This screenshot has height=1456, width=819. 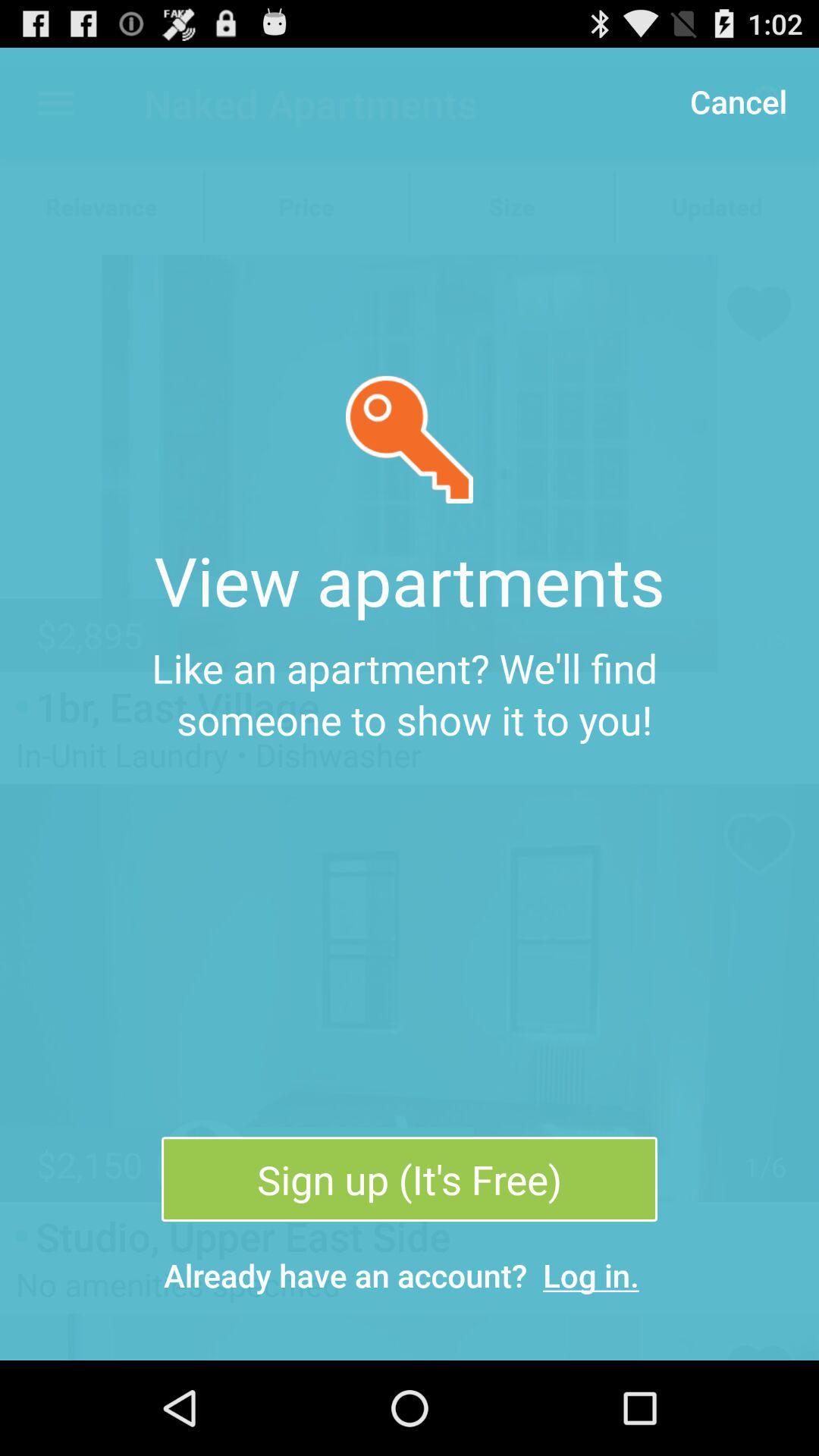 What do you see at coordinates (409, 1178) in the screenshot?
I see `sign up it` at bounding box center [409, 1178].